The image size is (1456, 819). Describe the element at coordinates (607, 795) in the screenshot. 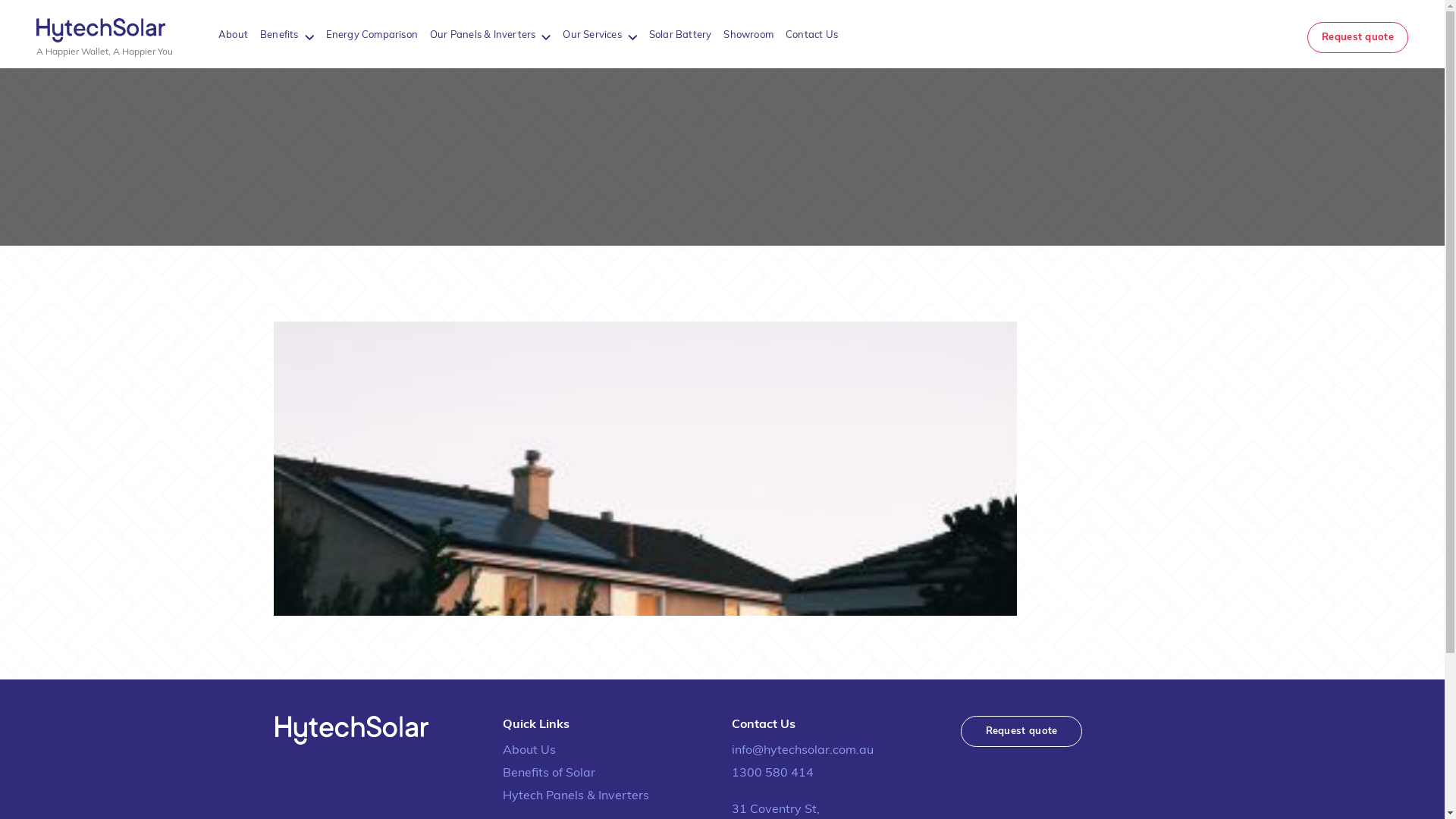

I see `'Hytech Panels & Inverters'` at that location.